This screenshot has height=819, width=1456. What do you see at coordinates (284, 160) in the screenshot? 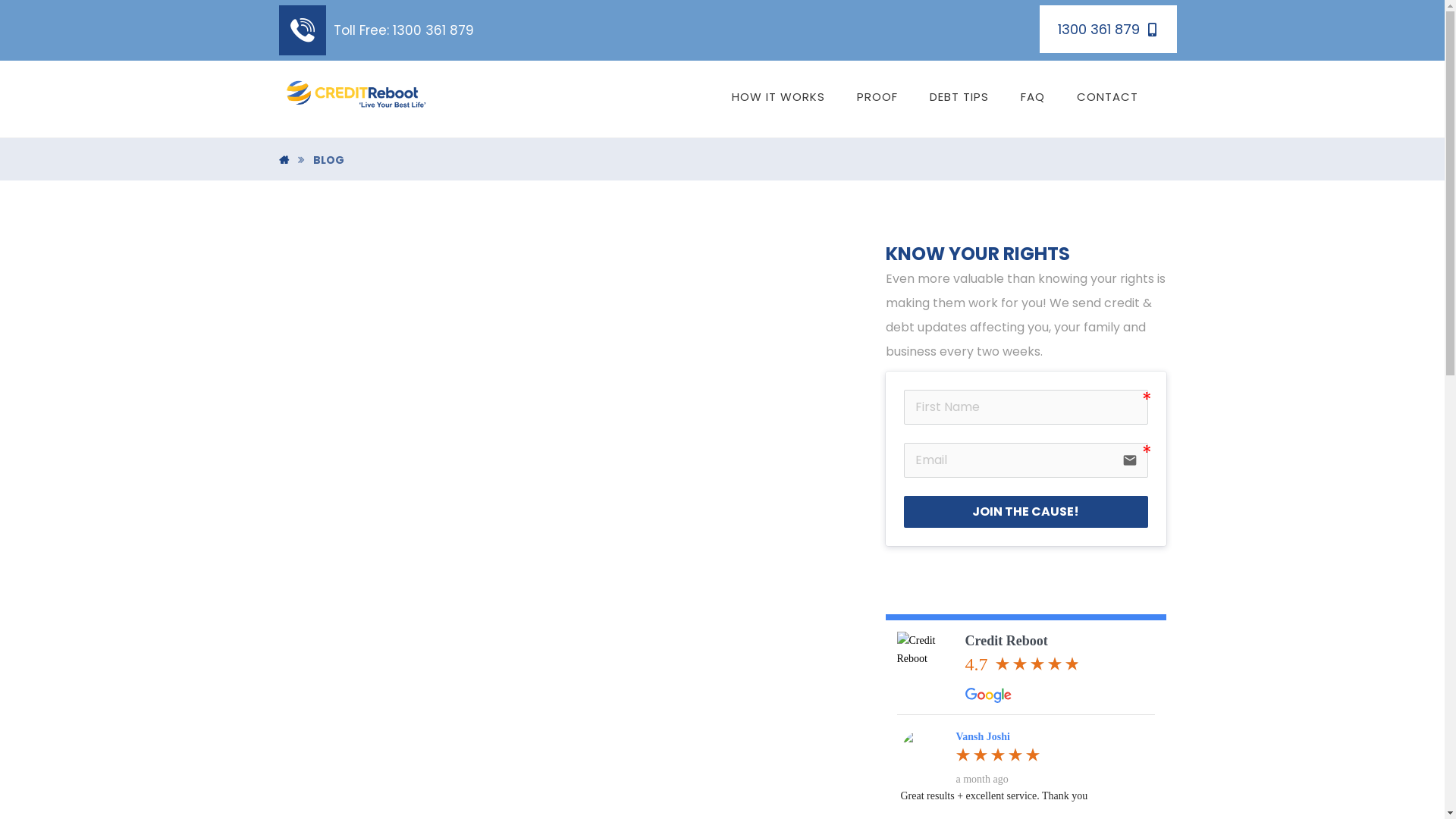
I see `'Home page'` at bounding box center [284, 160].